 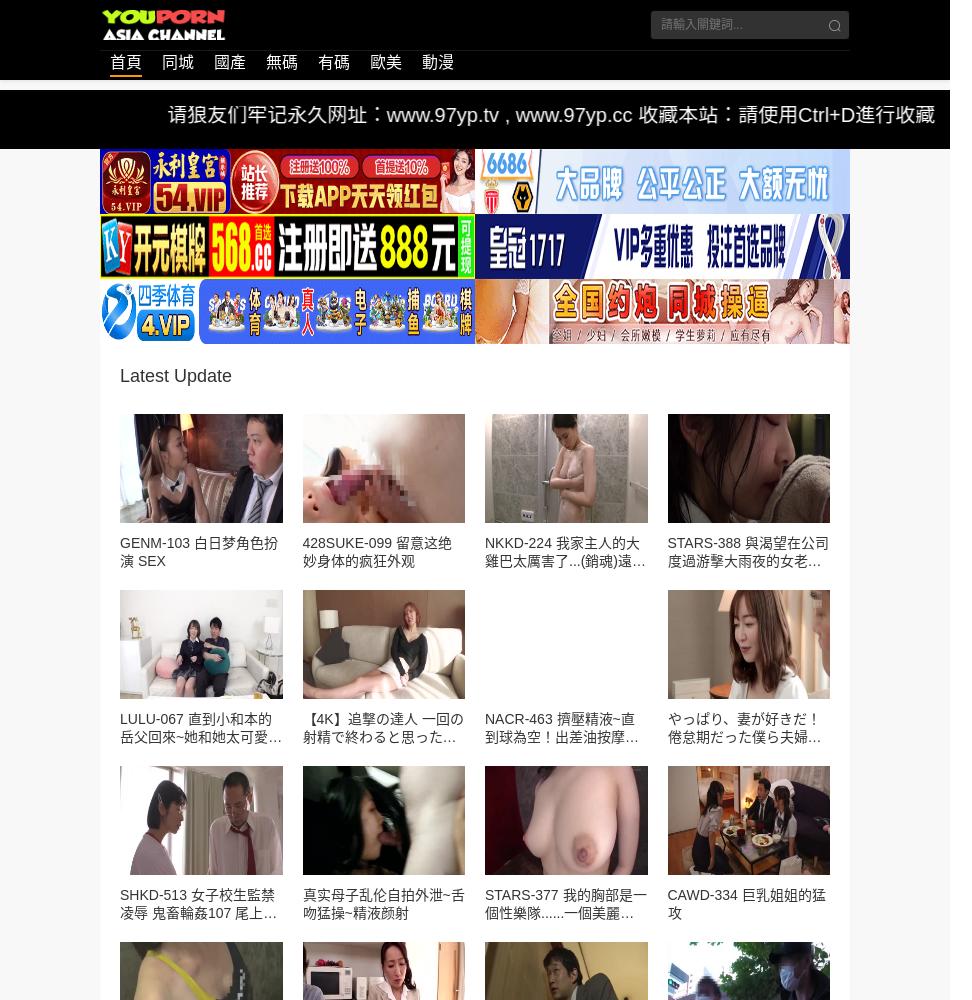 What do you see at coordinates (329, 886) in the screenshot?
I see `'15到20分钟。久最佳时间蒸大闸蟹的阳澄时候要注意时间不能太短,以免大闸蟹蒸不熟;但也不是蒸的越久越好,时间过长,肉质会变老,影响它的口感,所以一般控制在15到20。'` at bounding box center [329, 886].